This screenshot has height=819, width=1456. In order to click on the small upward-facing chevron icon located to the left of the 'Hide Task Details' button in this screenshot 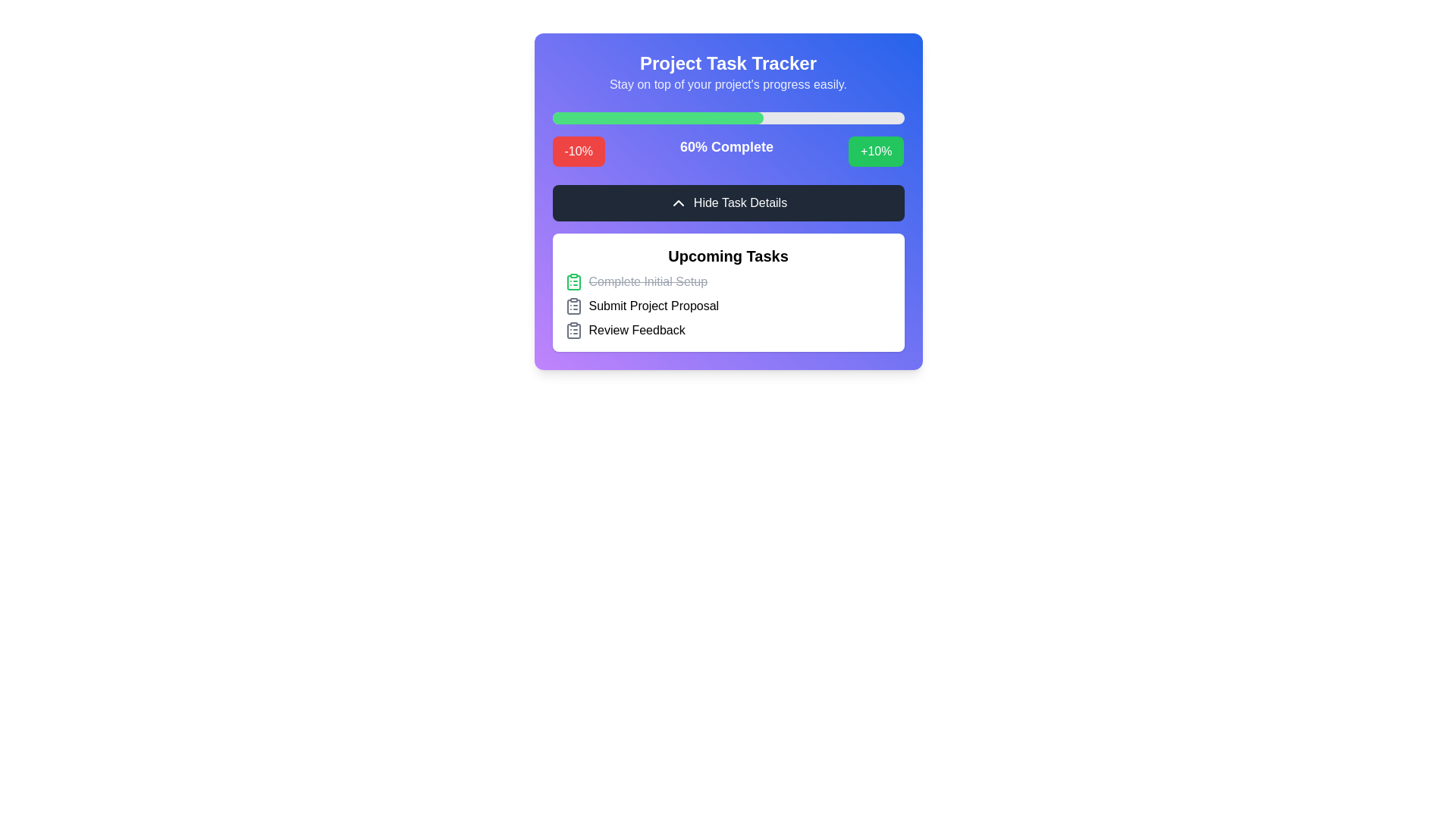, I will do `click(677, 202)`.